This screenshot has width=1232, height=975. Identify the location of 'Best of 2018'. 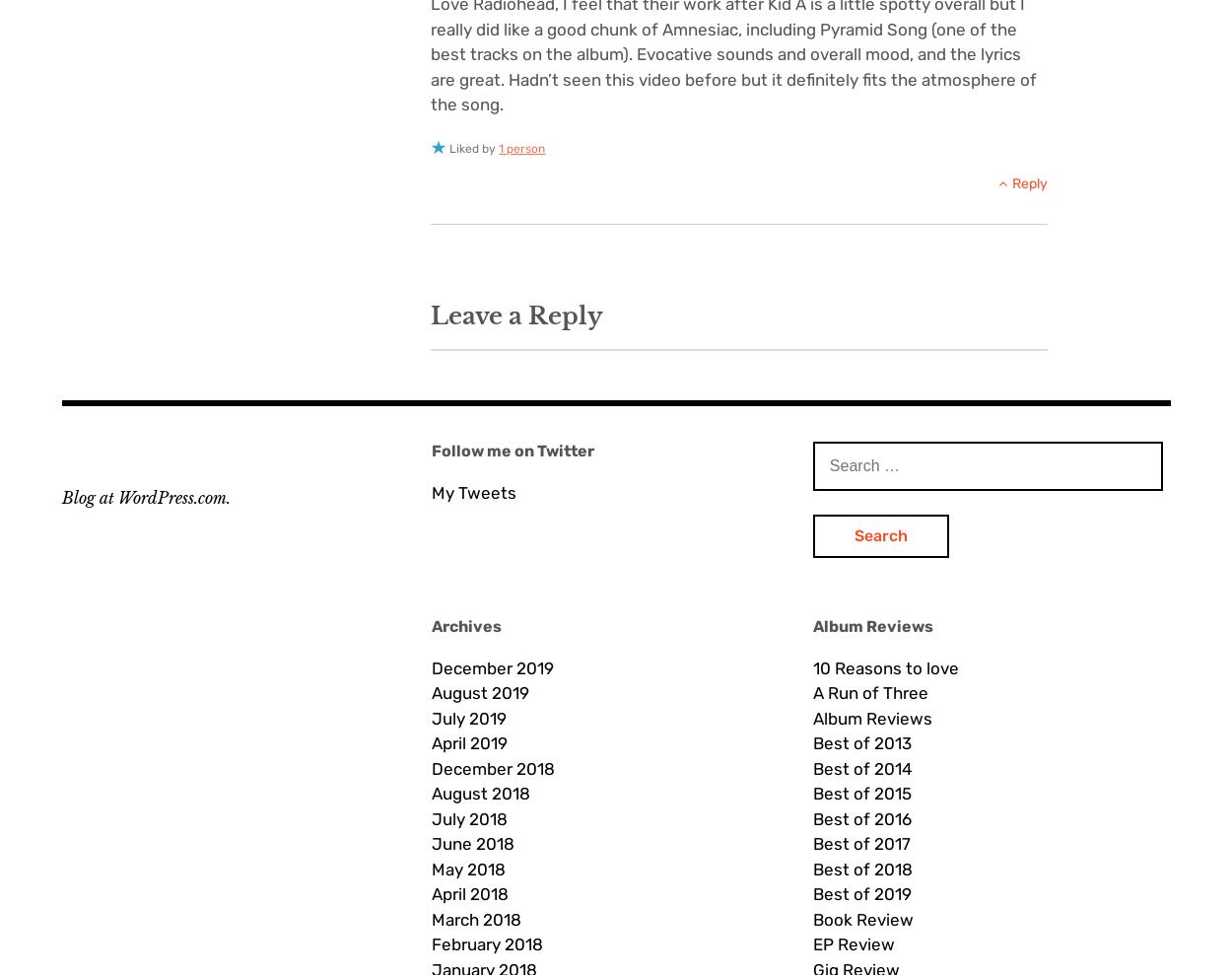
(811, 868).